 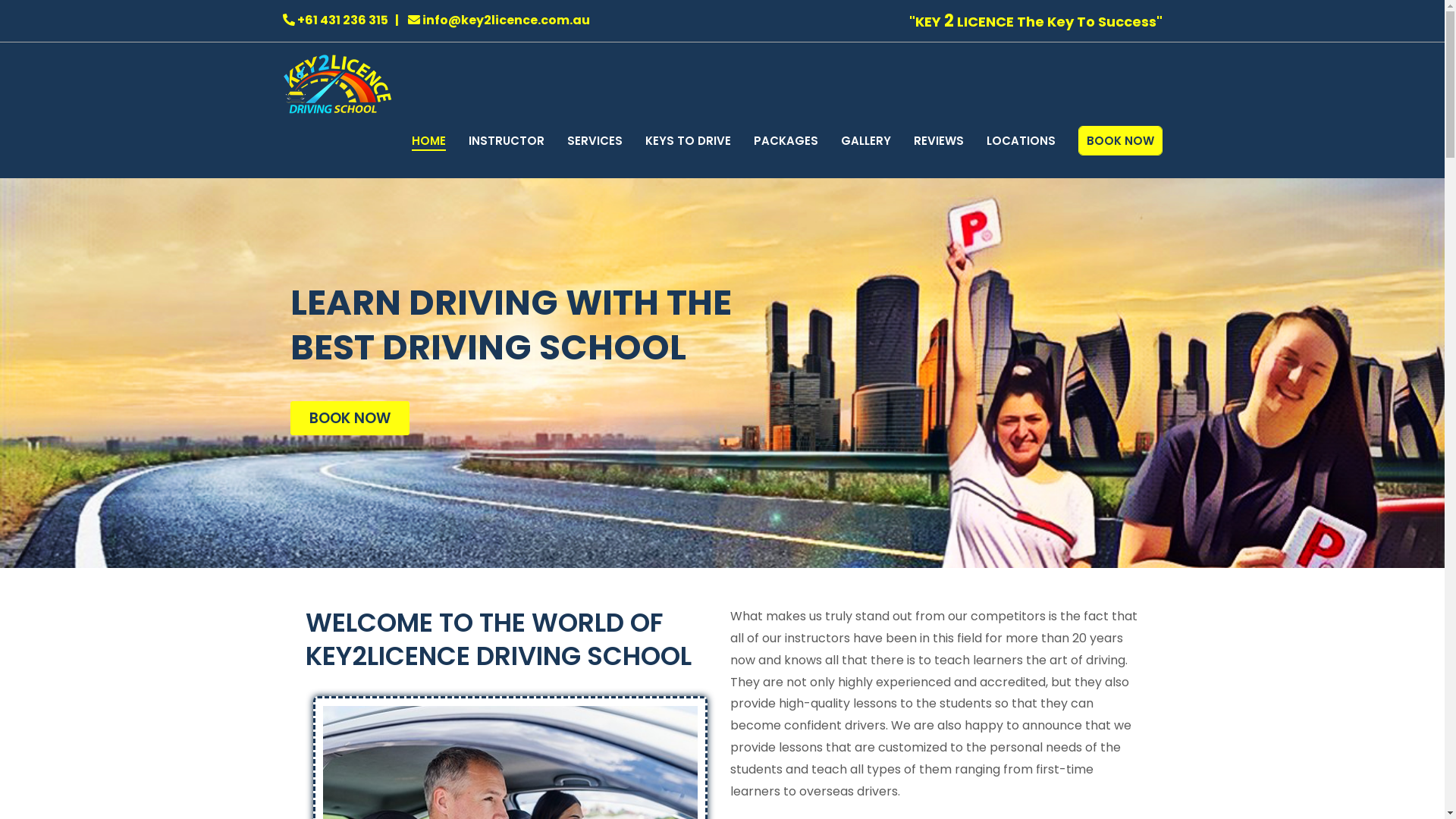 I want to click on 'BOOK NOW', so click(x=290, y=418).